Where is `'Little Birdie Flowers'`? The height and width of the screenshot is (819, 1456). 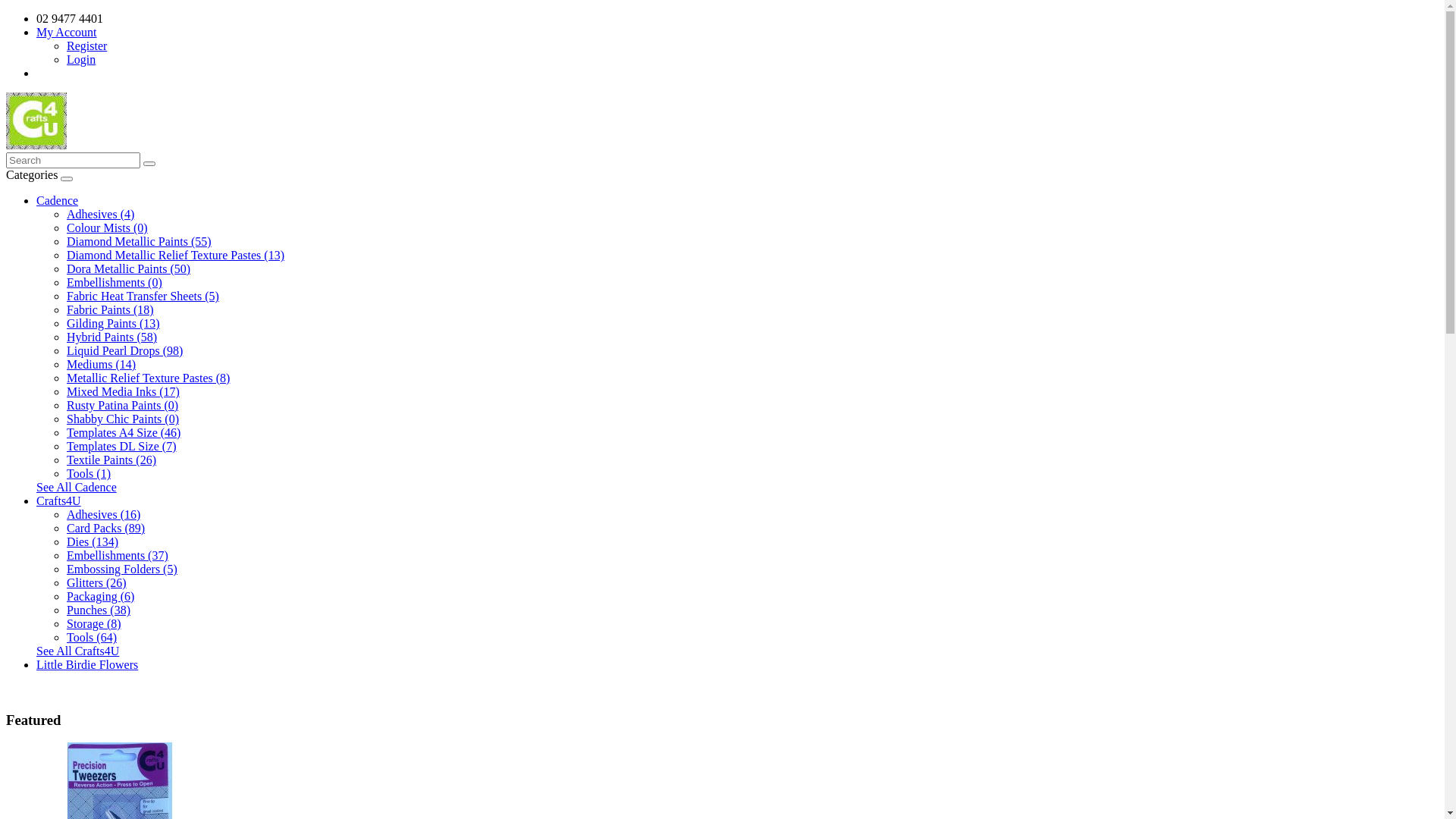
'Little Birdie Flowers' is located at coordinates (36, 664).